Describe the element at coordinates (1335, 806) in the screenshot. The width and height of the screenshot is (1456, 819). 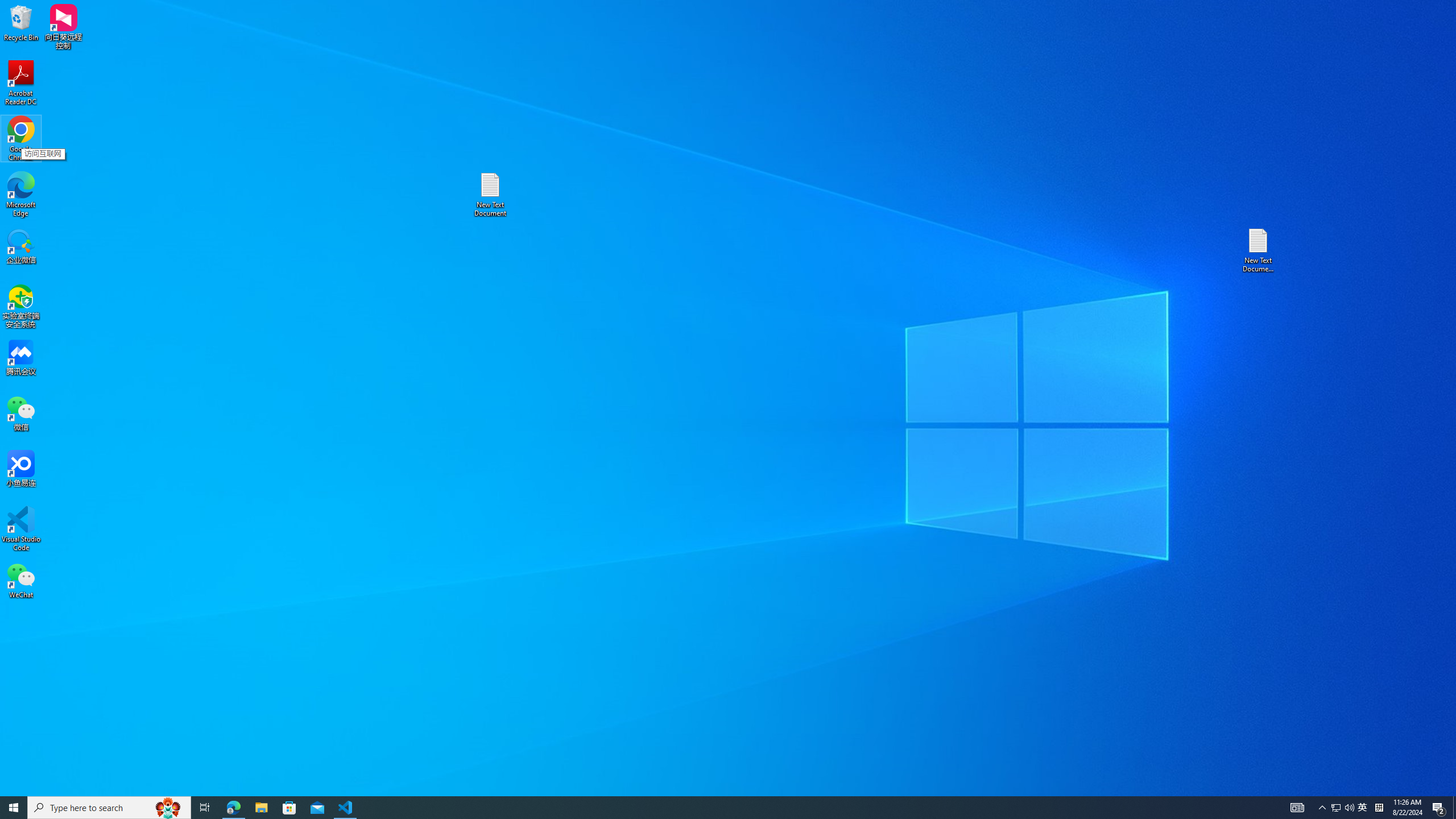
I see `'Tray Input Indicator - Chinese (Simplified, China)'` at that location.